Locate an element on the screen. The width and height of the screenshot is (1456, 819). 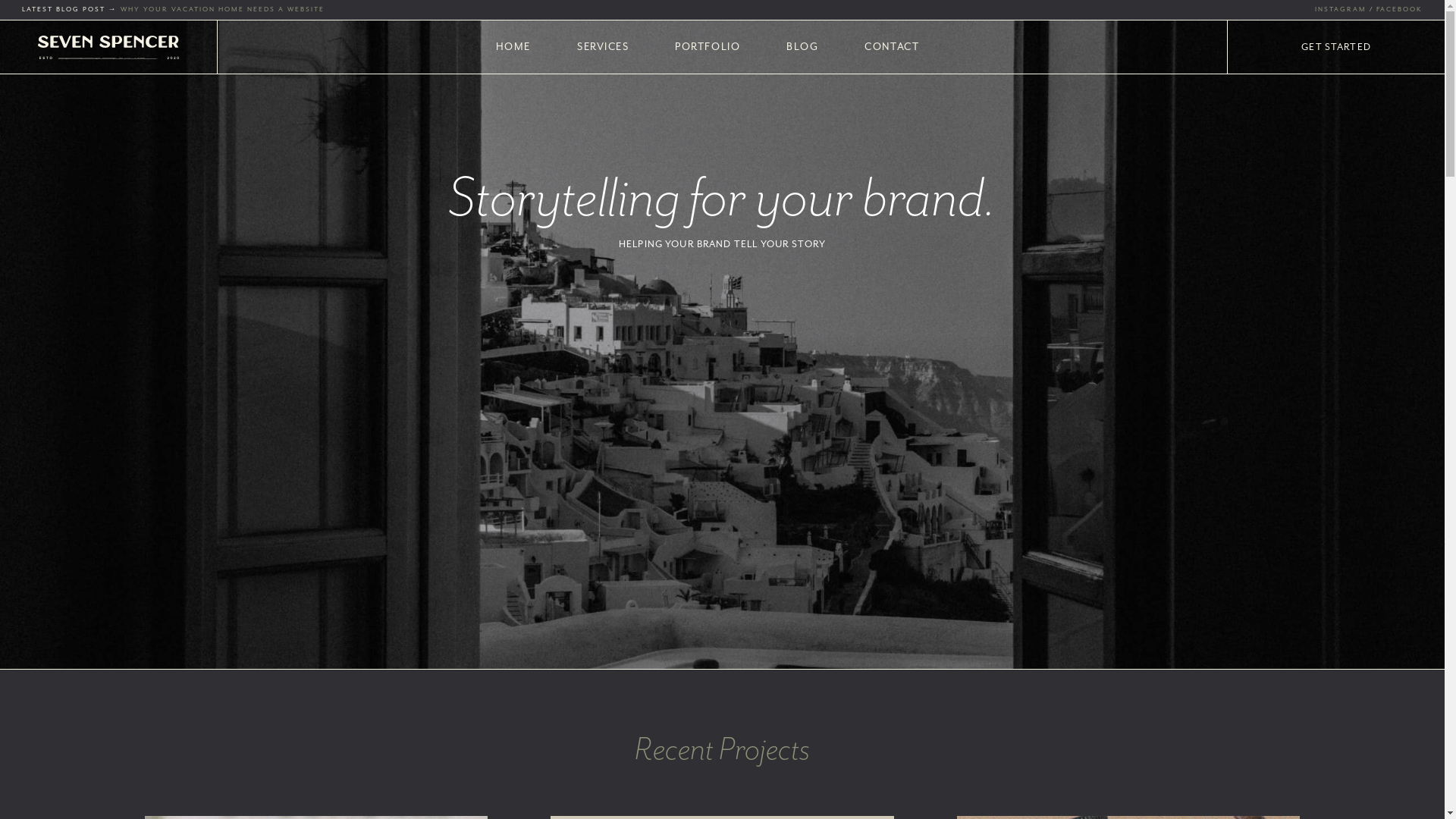
'INSTAGRAM' is located at coordinates (1340, 9).